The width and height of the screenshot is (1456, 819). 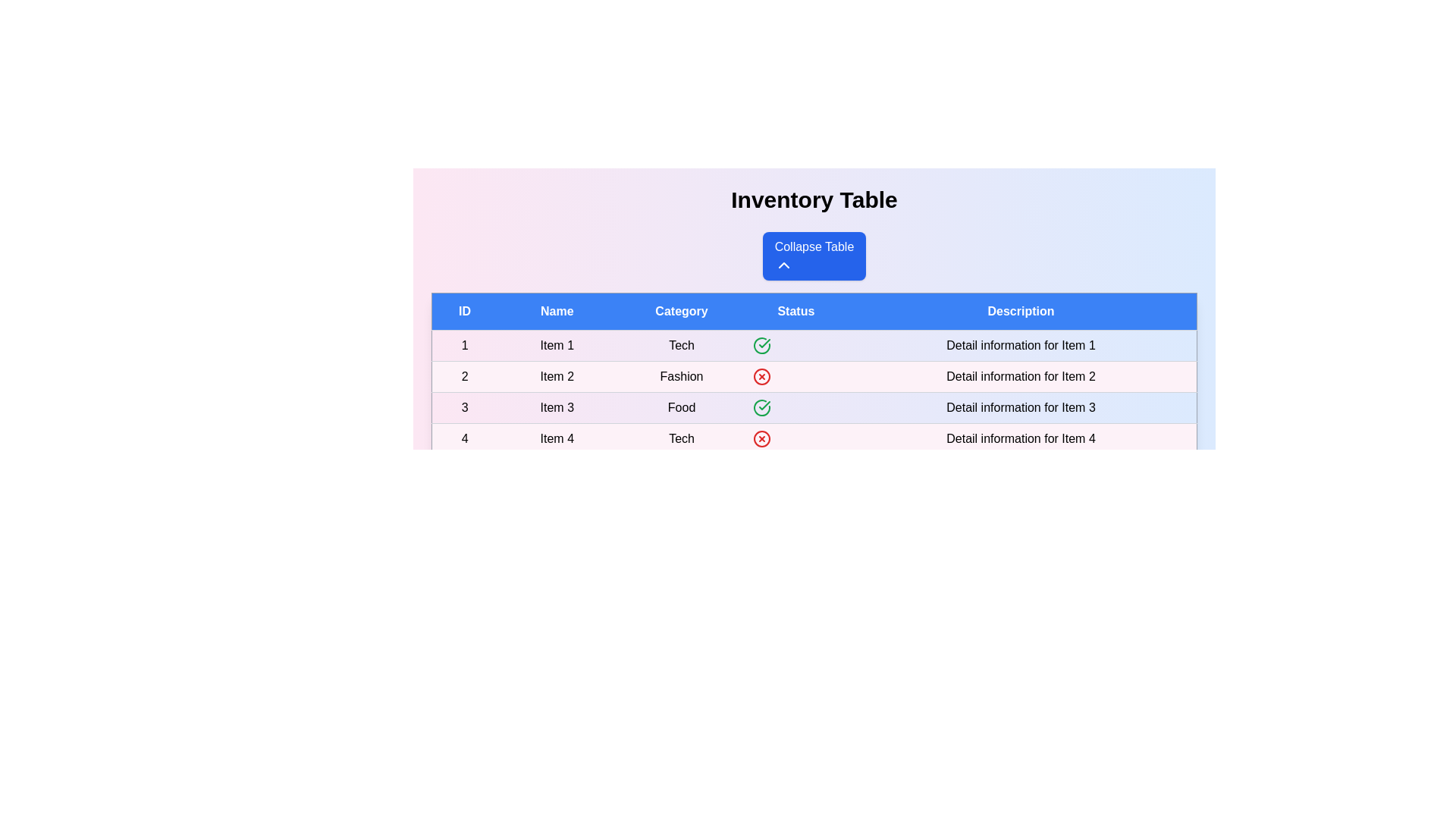 I want to click on 'Collapse Table' button to toggle the table's visibility, so click(x=814, y=256).